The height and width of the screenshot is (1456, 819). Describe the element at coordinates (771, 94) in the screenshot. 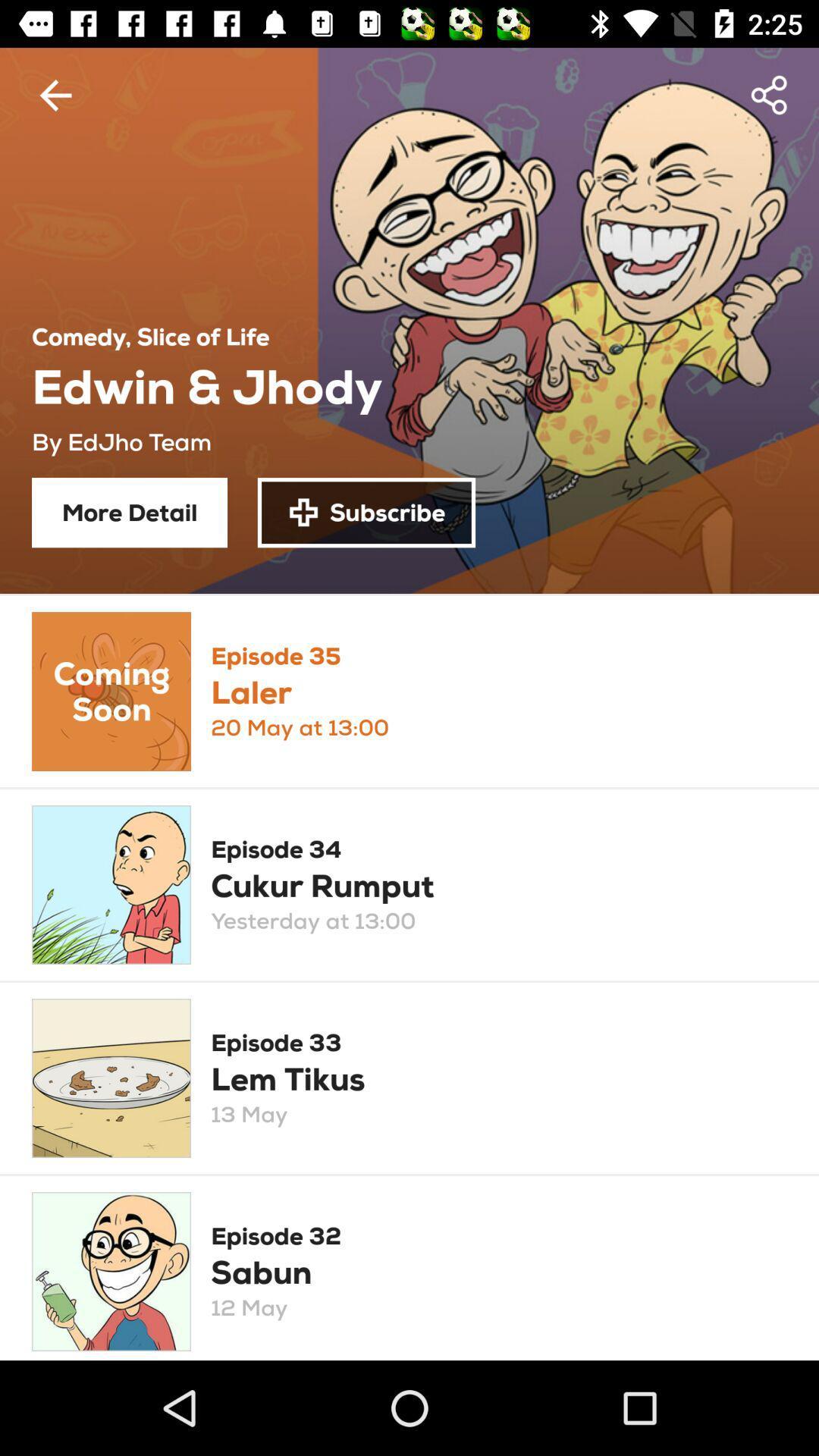

I see `item at the top right corner` at that location.